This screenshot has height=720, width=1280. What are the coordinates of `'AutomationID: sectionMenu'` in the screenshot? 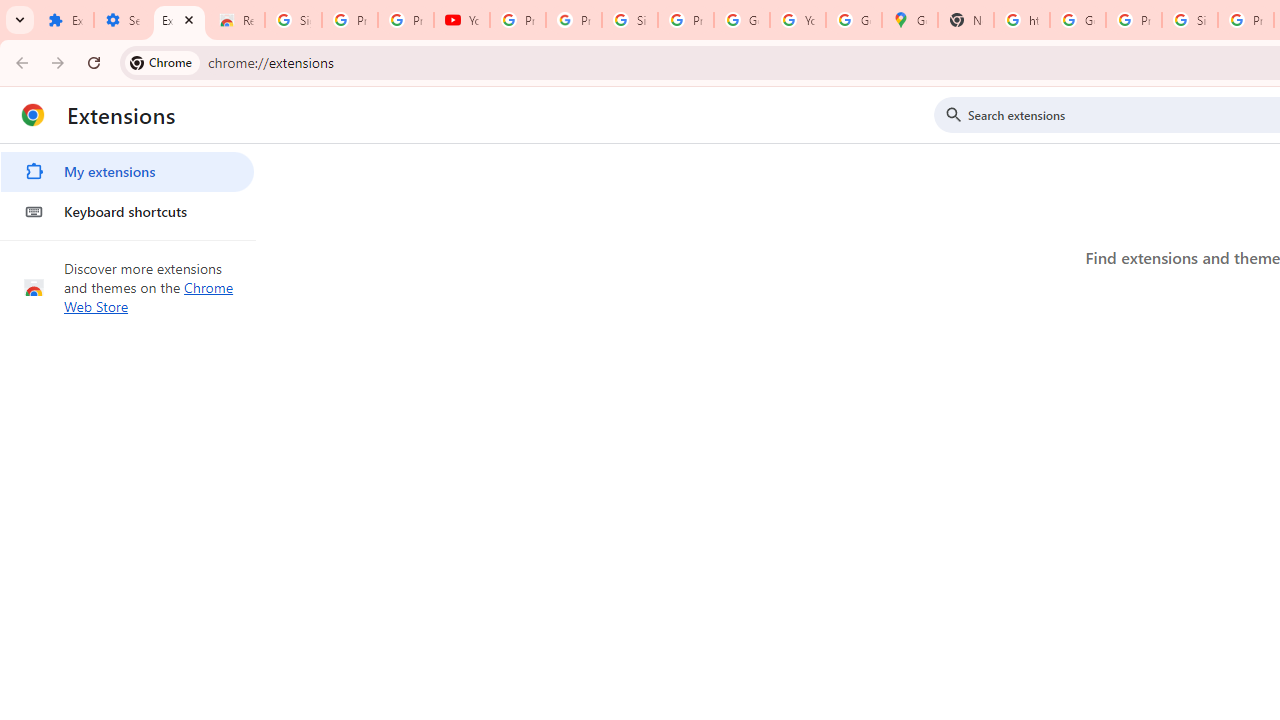 It's located at (127, 187).